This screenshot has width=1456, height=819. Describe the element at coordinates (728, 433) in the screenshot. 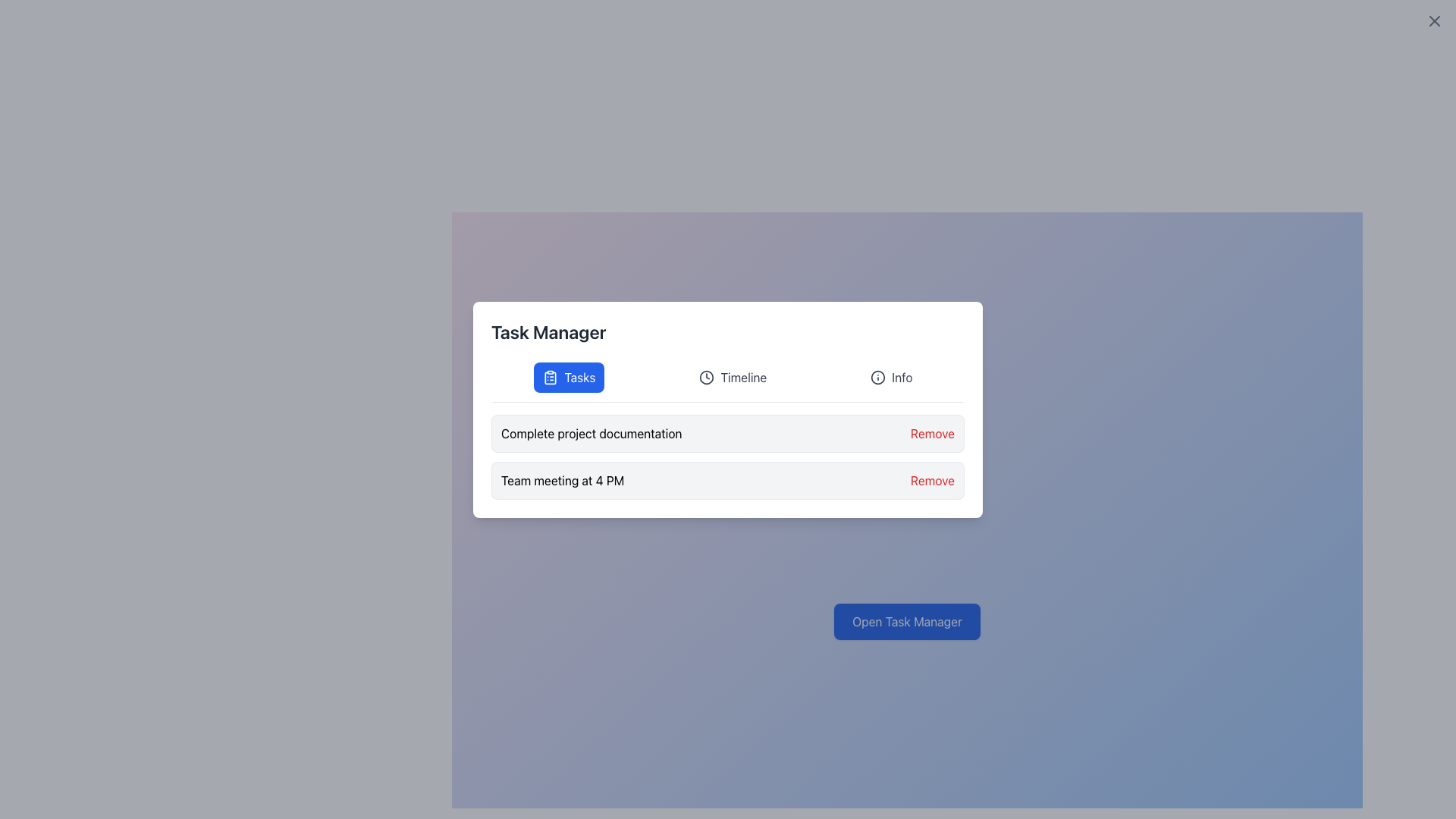

I see `the 'Remove' link of the task item labeled 'Complete project documentation'` at that location.